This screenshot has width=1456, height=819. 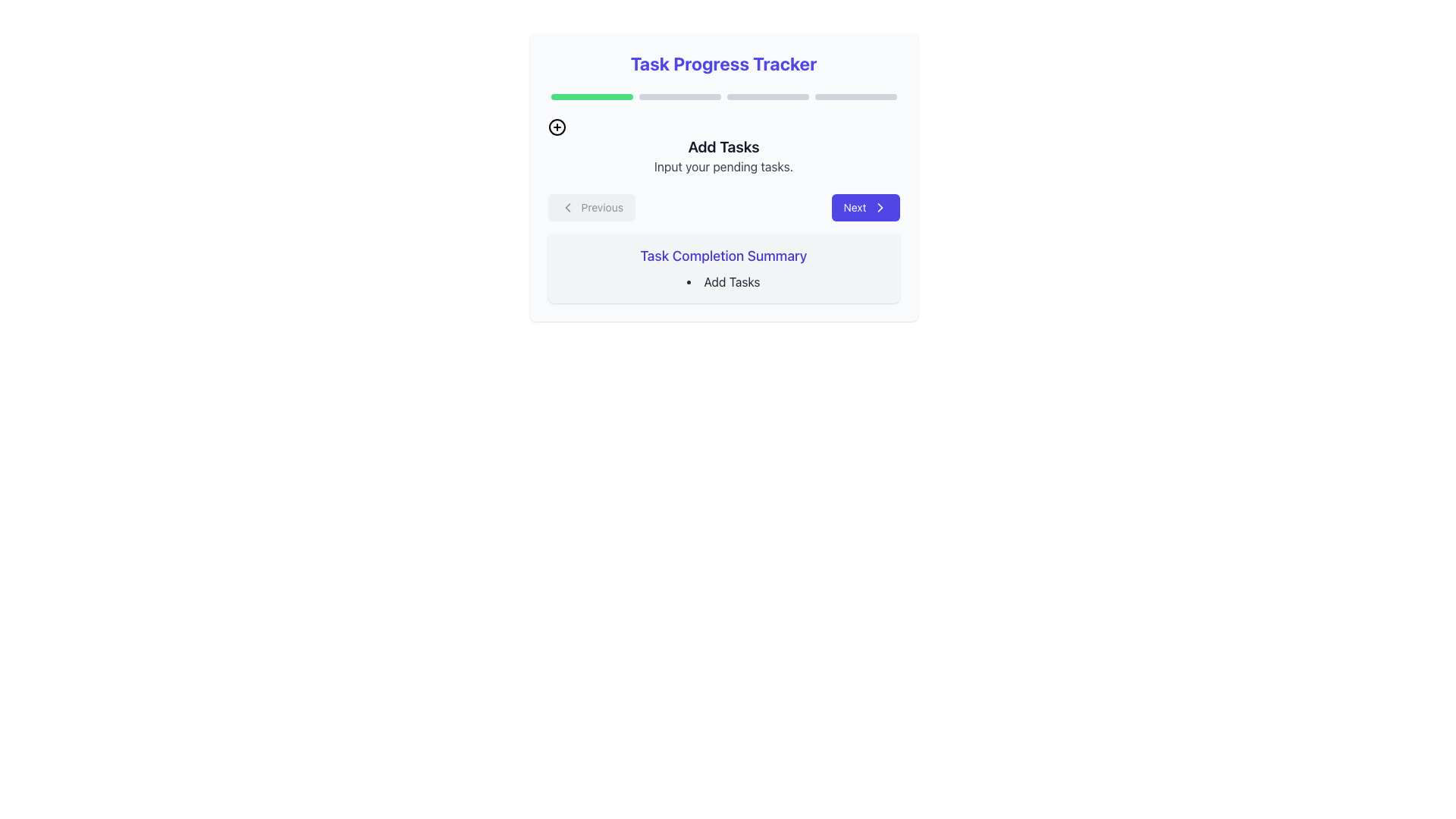 What do you see at coordinates (723, 146) in the screenshot?
I see `the heading text element located near the upper center of the interface, beneath the circular plus icon, above the text 'Input your pending tasks.'` at bounding box center [723, 146].